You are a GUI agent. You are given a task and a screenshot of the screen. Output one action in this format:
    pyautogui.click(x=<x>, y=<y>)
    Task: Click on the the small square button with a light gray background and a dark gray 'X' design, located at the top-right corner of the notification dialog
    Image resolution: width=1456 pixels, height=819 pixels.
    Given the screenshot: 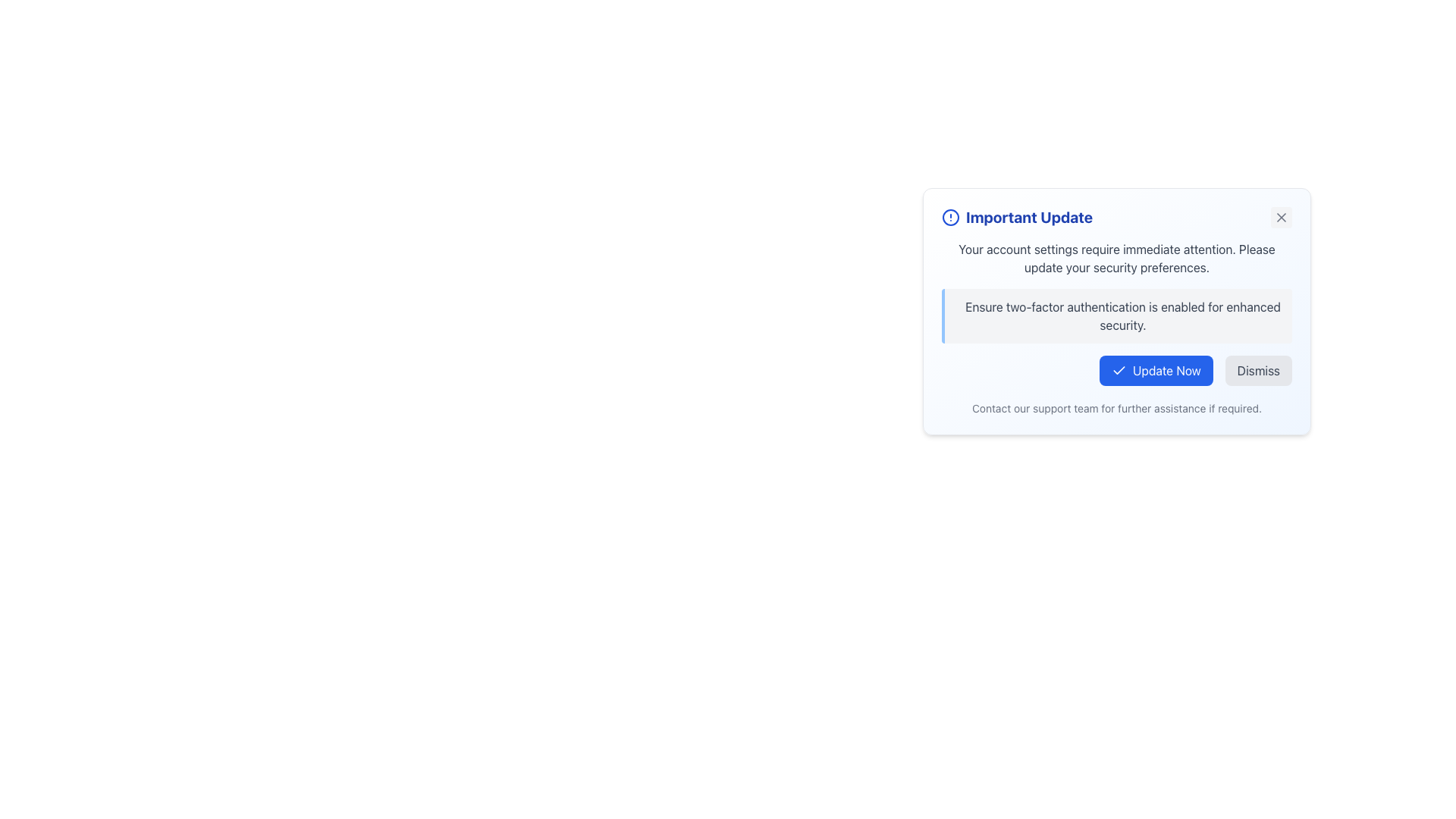 What is the action you would take?
    pyautogui.click(x=1280, y=217)
    